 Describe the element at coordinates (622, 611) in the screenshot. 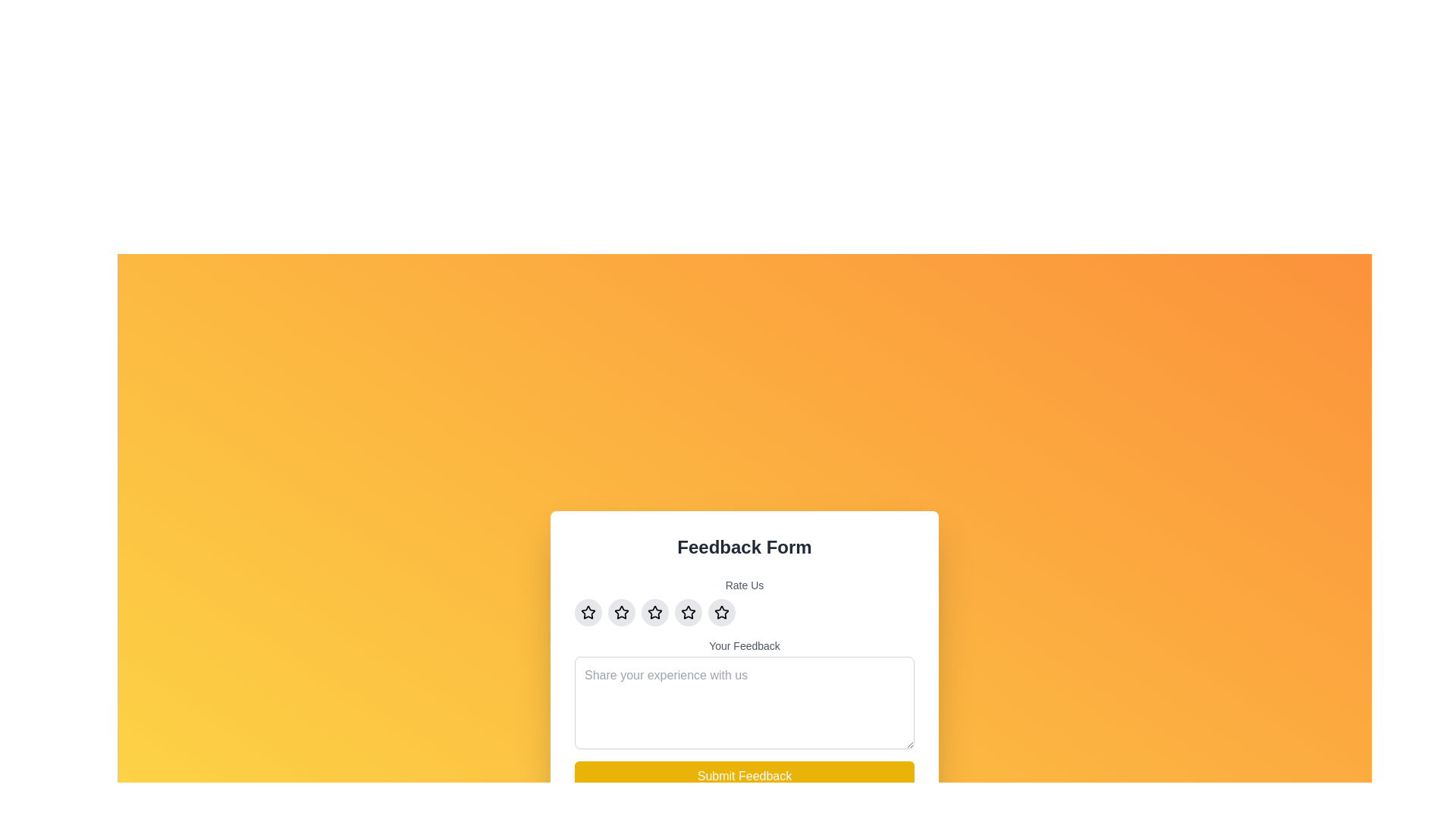

I see `the second star icon in the star-based rating system under the 'Rate Us' label` at that location.